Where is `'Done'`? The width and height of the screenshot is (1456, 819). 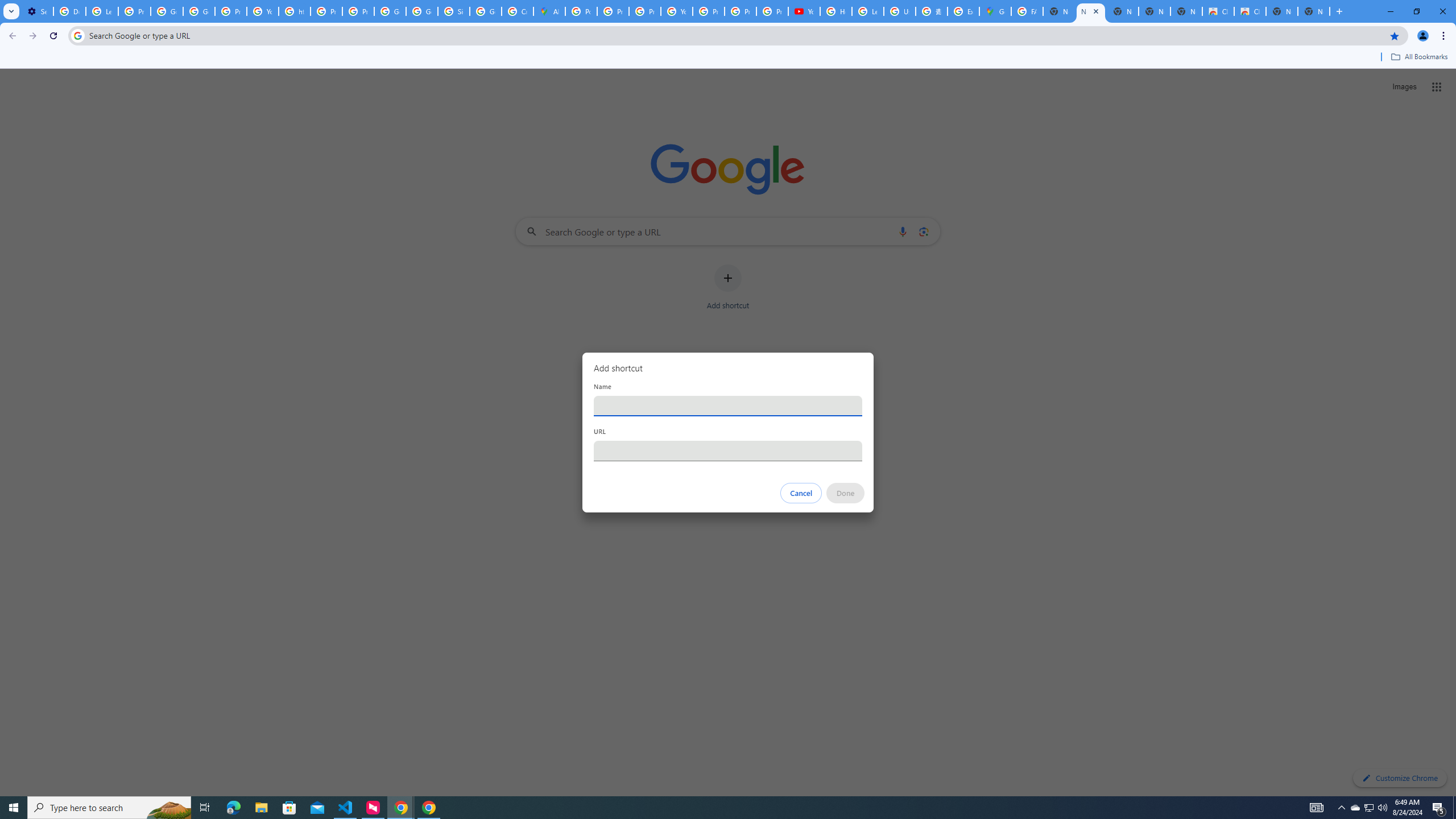 'Done' is located at coordinates (846, 493).